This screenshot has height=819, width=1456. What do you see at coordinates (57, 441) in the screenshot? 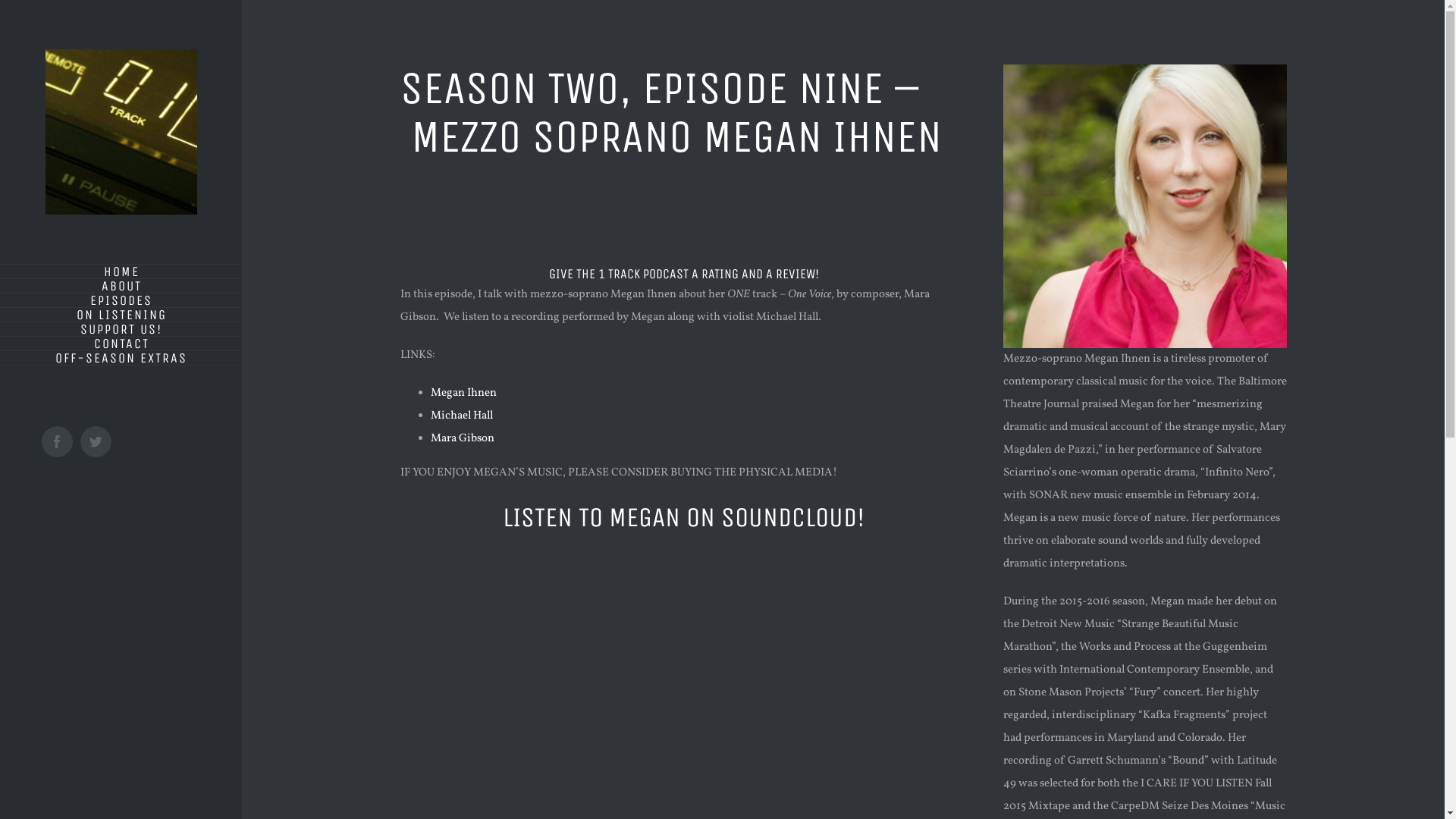
I see `'Facebook'` at bounding box center [57, 441].